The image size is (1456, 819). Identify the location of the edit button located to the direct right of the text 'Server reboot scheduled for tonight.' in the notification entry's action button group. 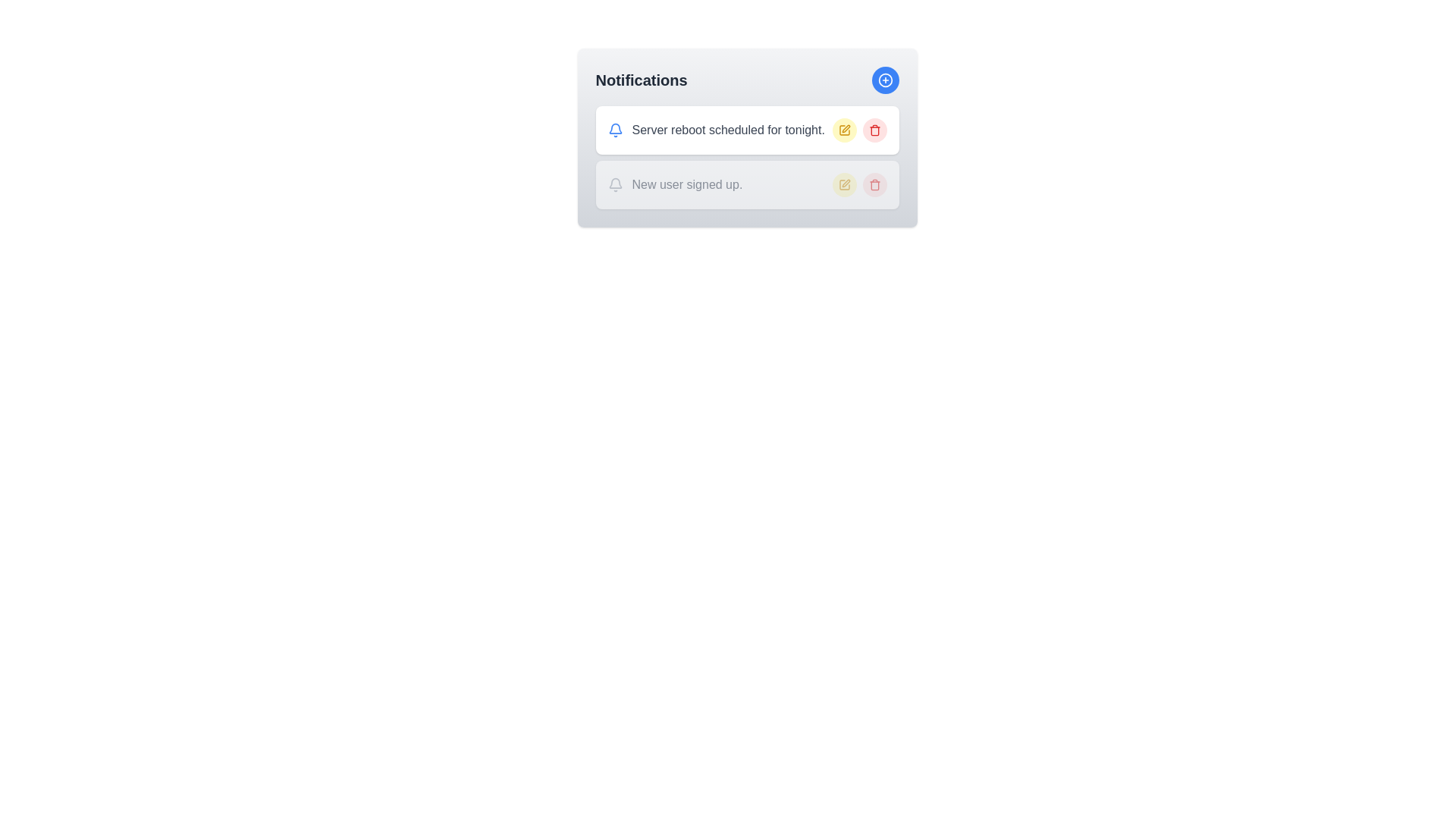
(843, 130).